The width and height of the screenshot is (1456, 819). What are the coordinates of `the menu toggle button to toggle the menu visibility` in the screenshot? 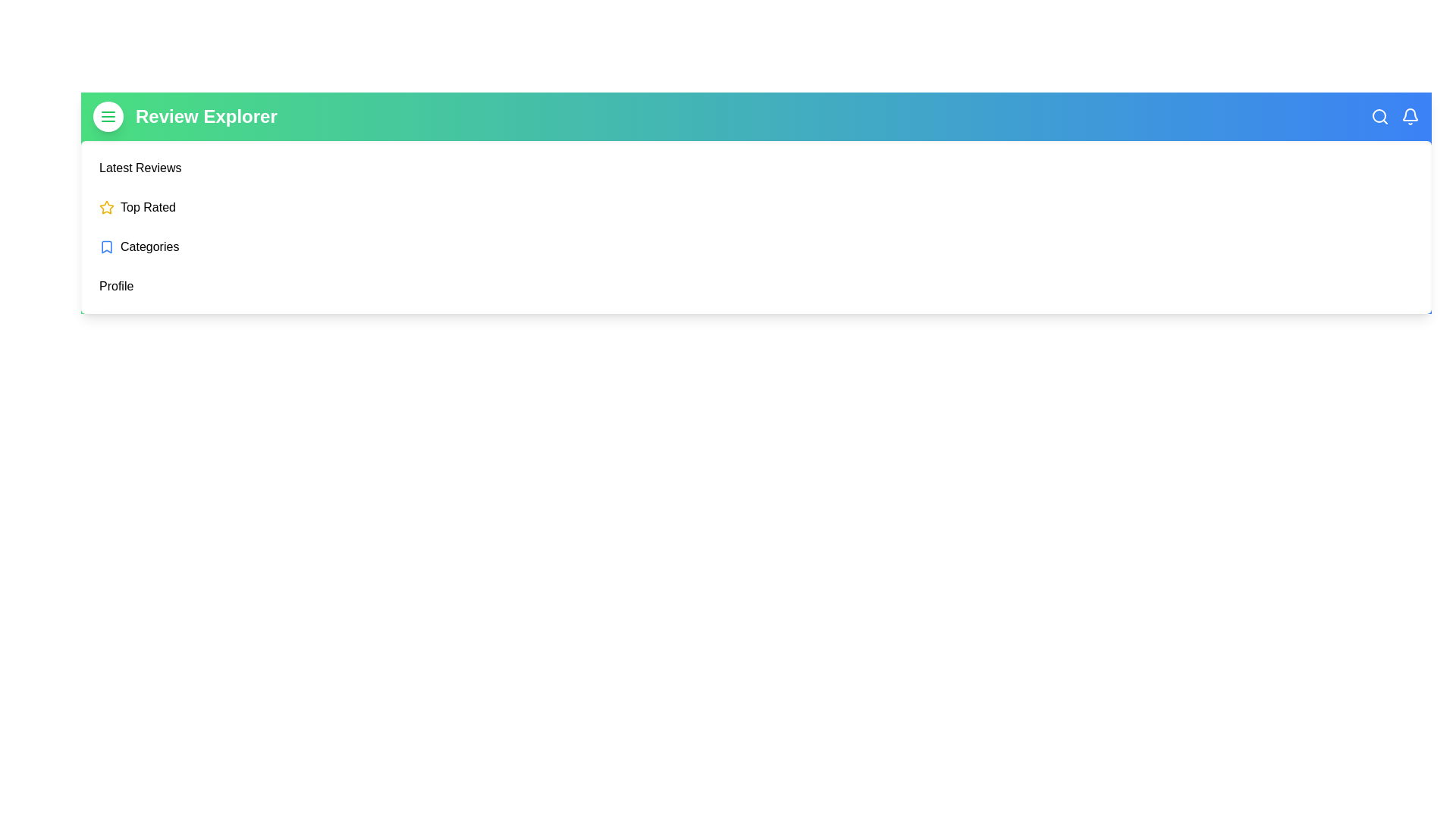 It's located at (108, 116).